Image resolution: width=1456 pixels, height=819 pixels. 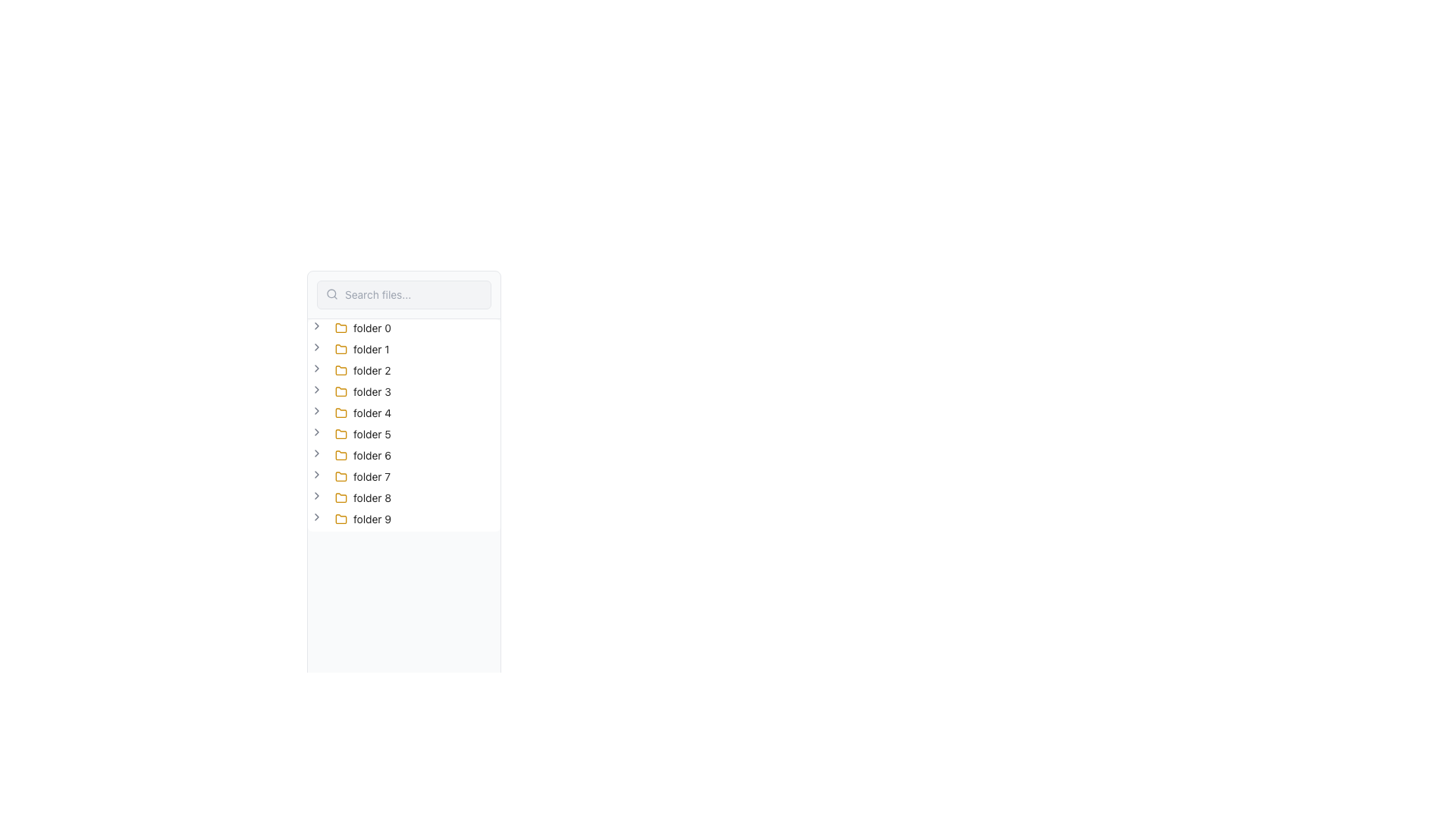 What do you see at coordinates (362, 455) in the screenshot?
I see `the 'folder 6' Tree node content box` at bounding box center [362, 455].